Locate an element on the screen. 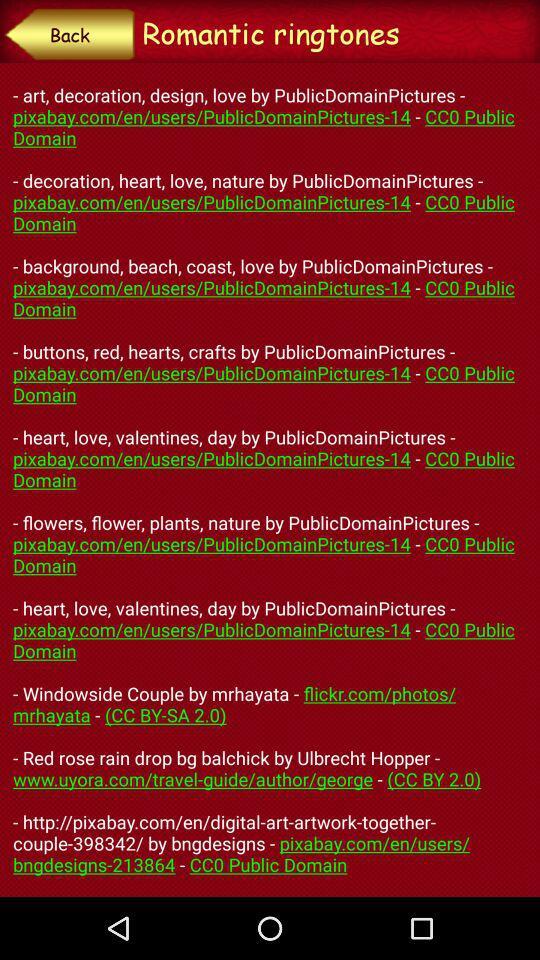 Image resolution: width=540 pixels, height=960 pixels. back at the top left corner is located at coordinates (68, 33).